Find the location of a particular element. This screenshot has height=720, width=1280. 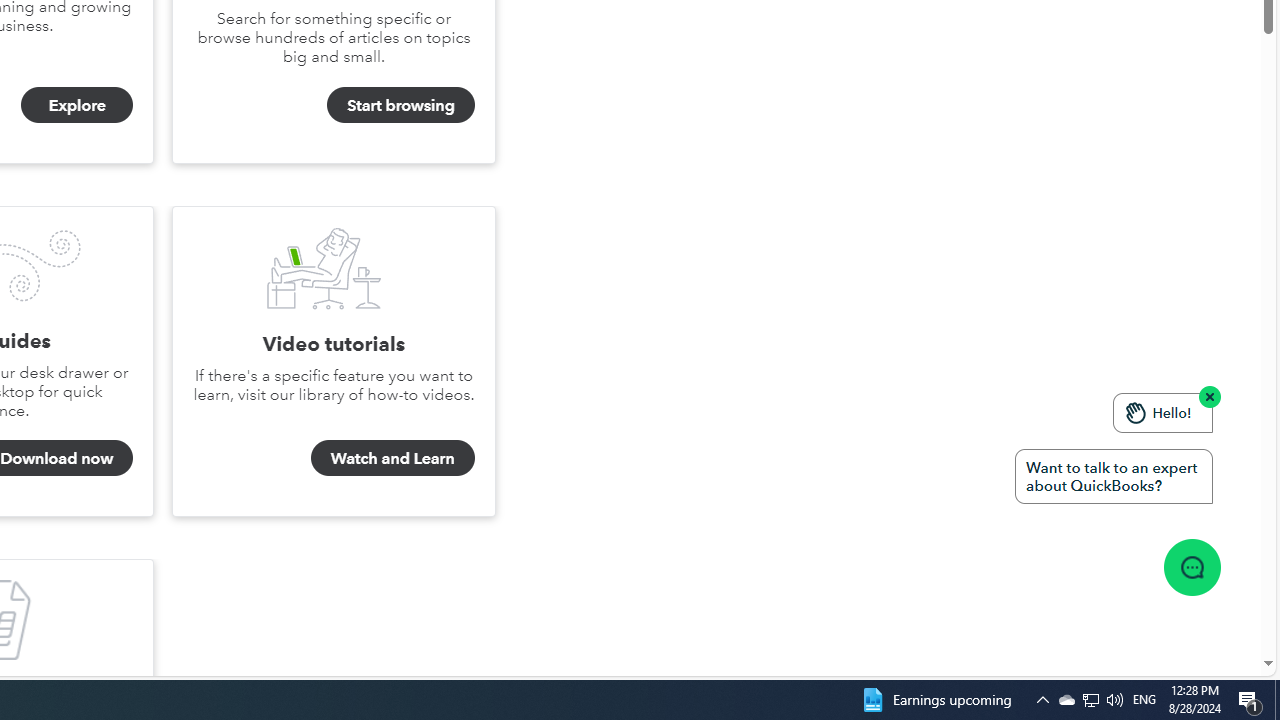

'Class: message-icon_img-desktop' is located at coordinates (1191, 567).